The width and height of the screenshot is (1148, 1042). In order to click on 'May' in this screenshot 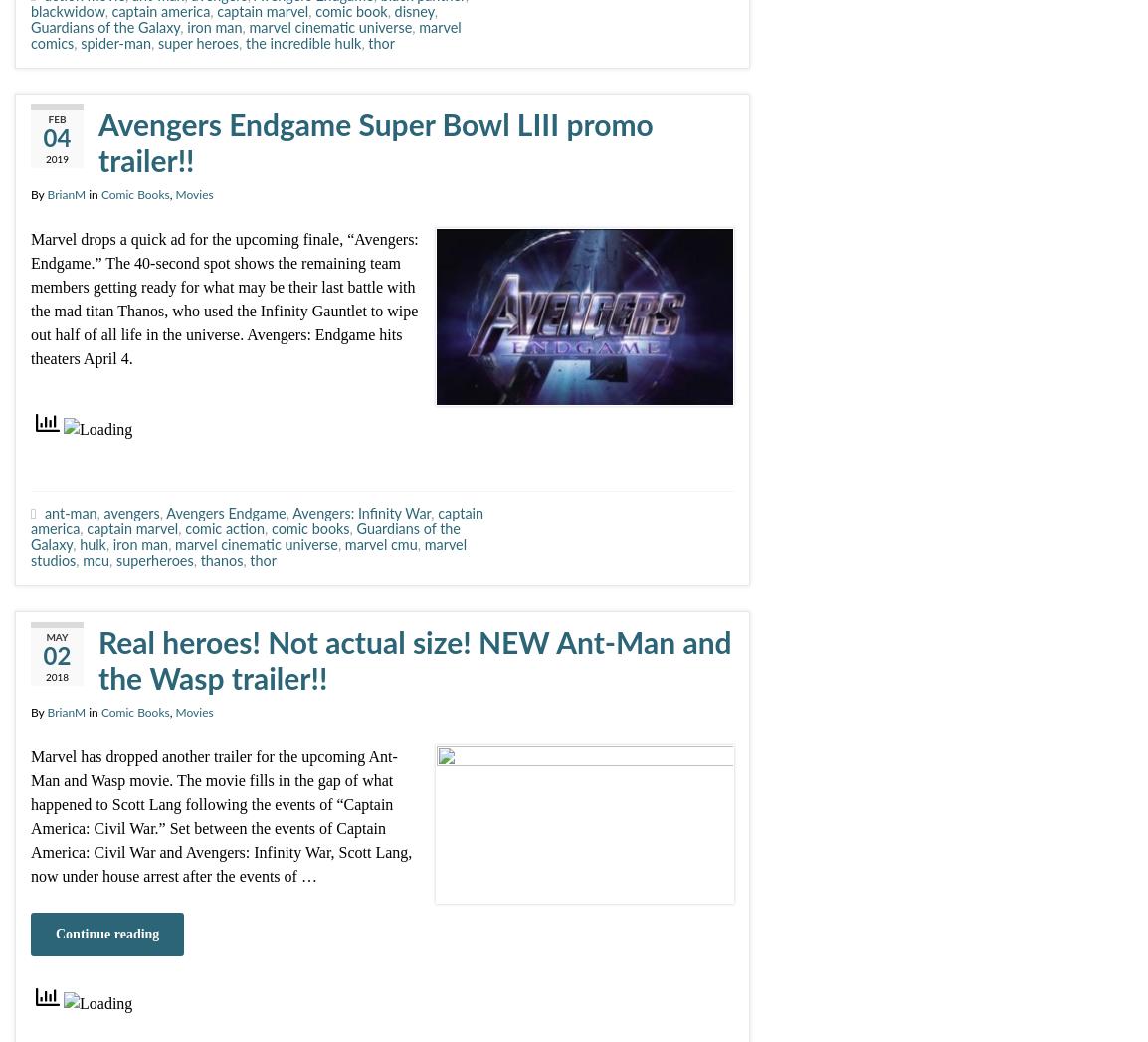, I will do `click(56, 637)`.